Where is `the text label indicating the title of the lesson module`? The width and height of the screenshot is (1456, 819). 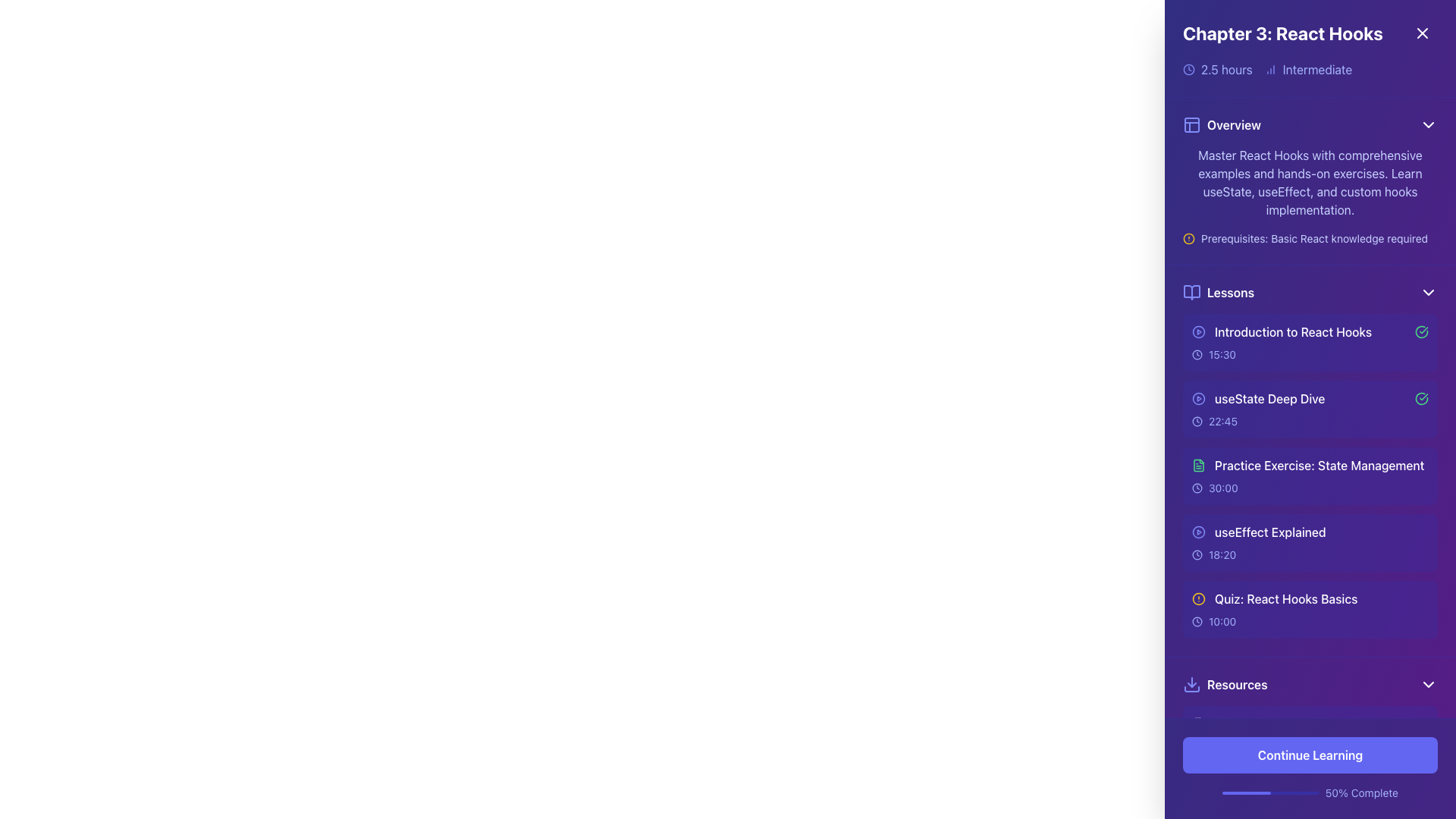 the text label indicating the title of the lesson module is located at coordinates (1292, 331).